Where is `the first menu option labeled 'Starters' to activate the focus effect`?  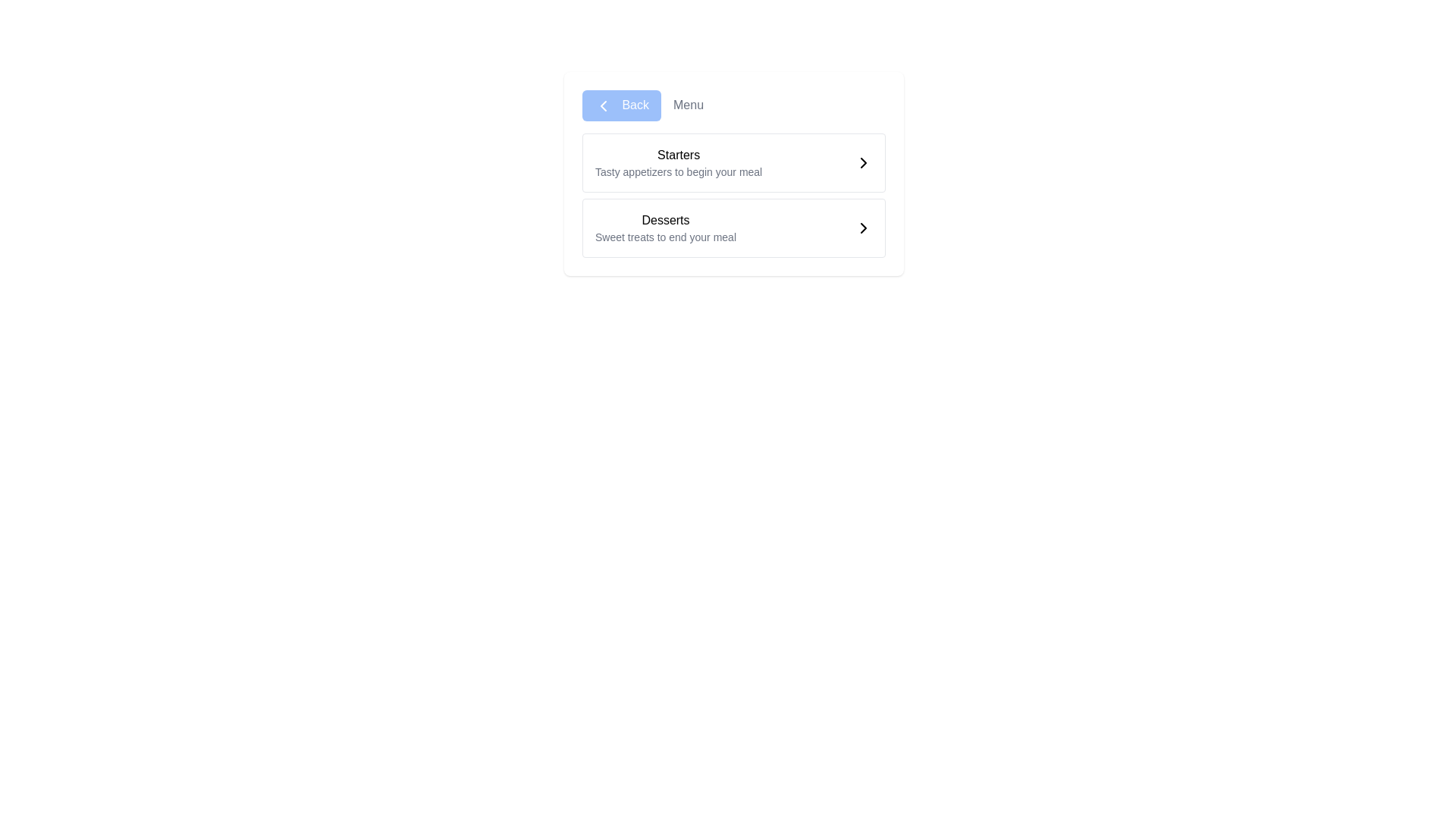 the first menu option labeled 'Starters' to activate the focus effect is located at coordinates (678, 162).